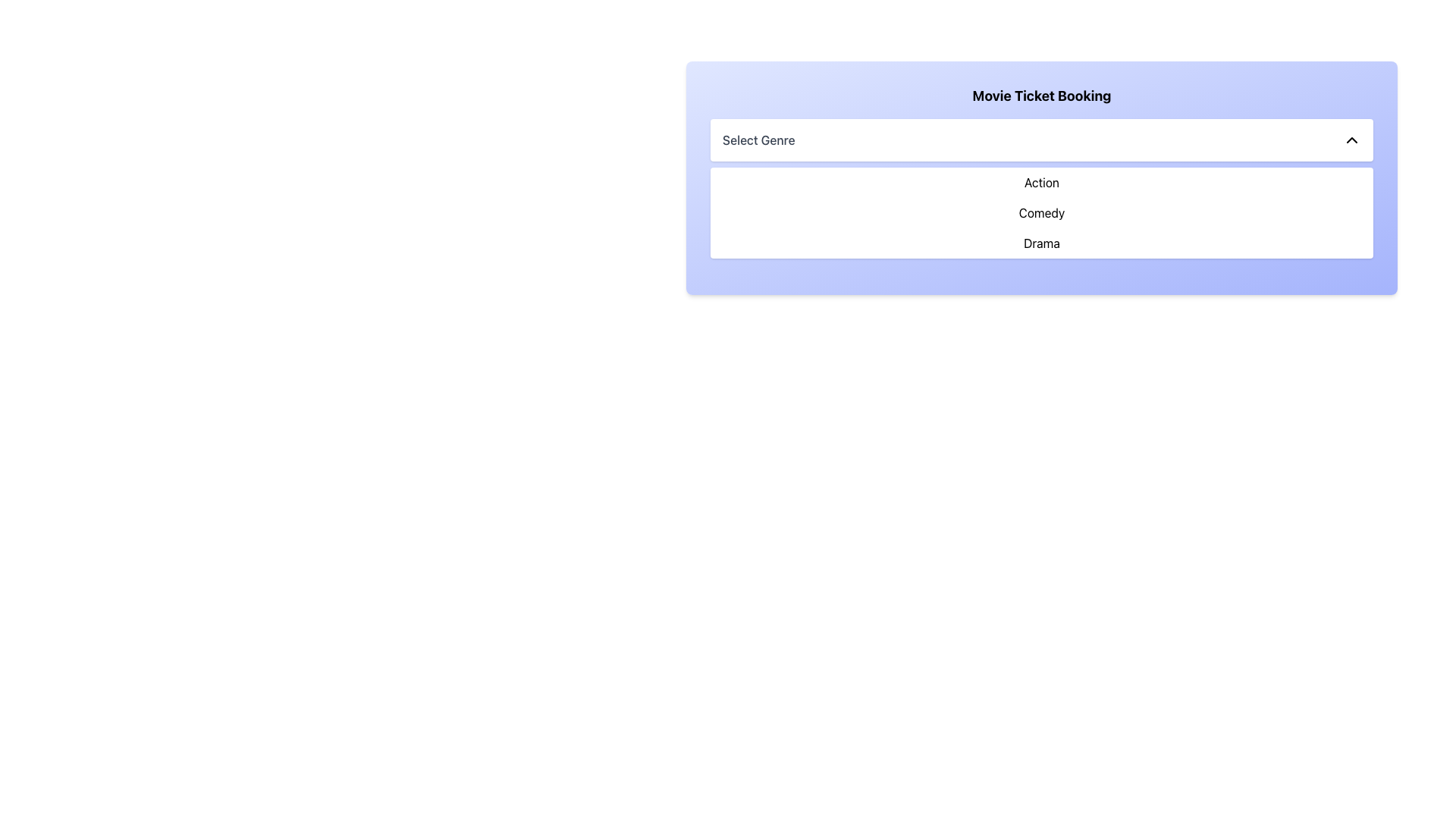 This screenshot has width=1456, height=819. Describe the element at coordinates (1040, 140) in the screenshot. I see `the dropdown selector for selecting a genre in the 'Movie Ticket Booking' section to focus on it` at that location.